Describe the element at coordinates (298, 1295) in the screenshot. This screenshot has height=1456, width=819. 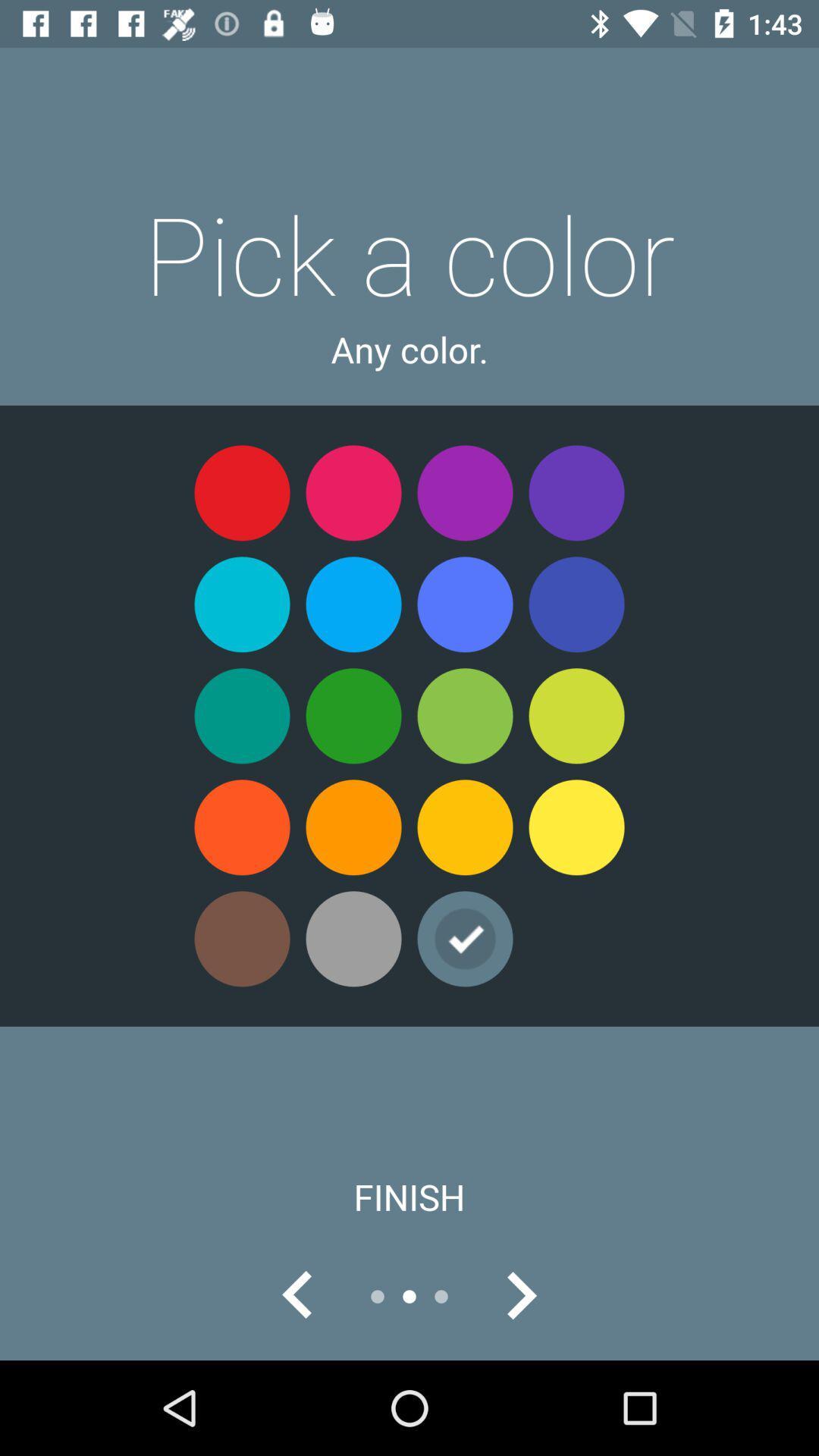
I see `go back` at that location.